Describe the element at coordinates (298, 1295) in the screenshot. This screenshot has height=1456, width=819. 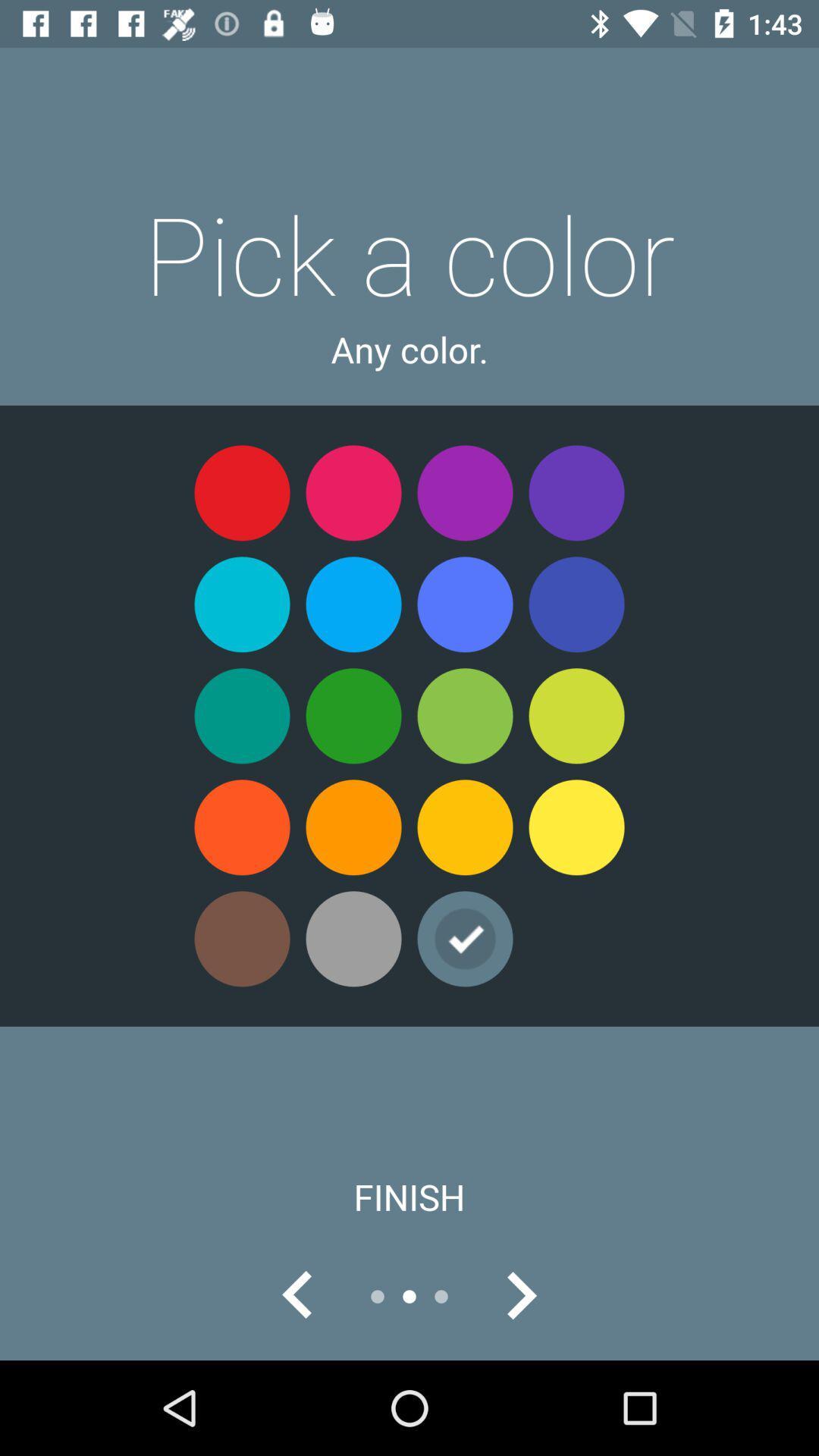
I see `go back` at that location.